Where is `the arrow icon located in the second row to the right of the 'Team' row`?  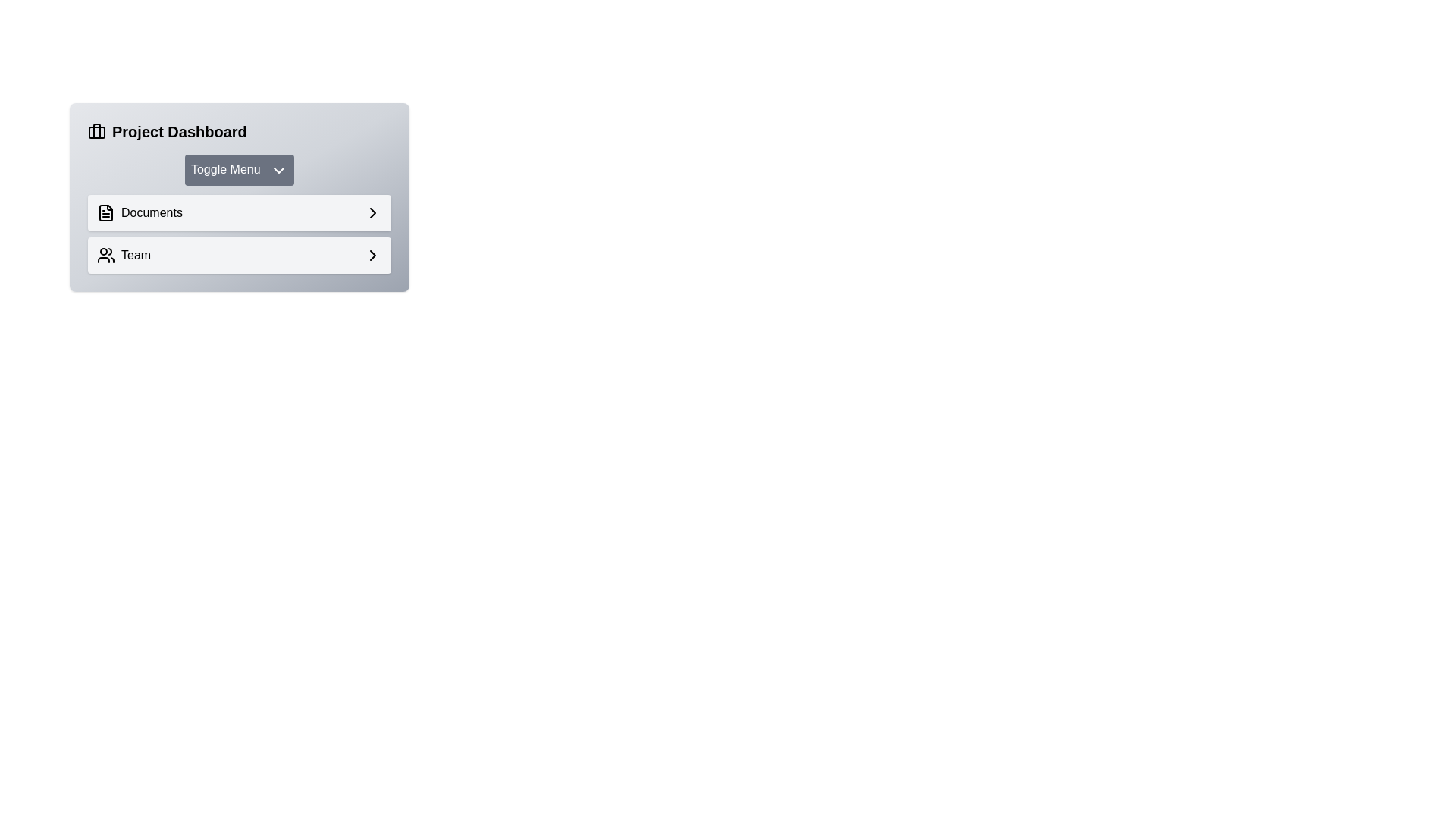
the arrow icon located in the second row to the right of the 'Team' row is located at coordinates (372, 212).